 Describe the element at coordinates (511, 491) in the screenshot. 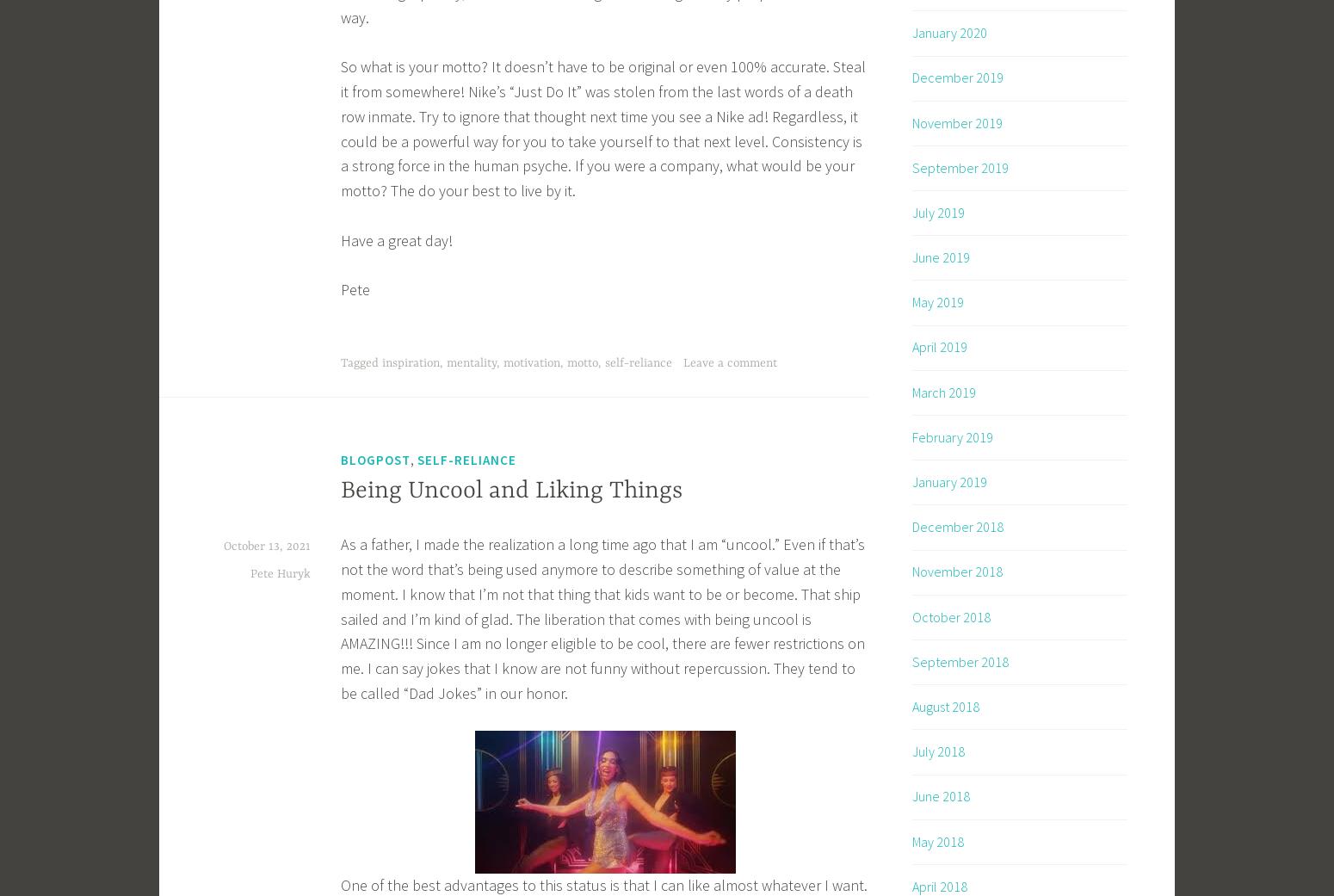

I see `'Being Uncool and Liking Things'` at that location.